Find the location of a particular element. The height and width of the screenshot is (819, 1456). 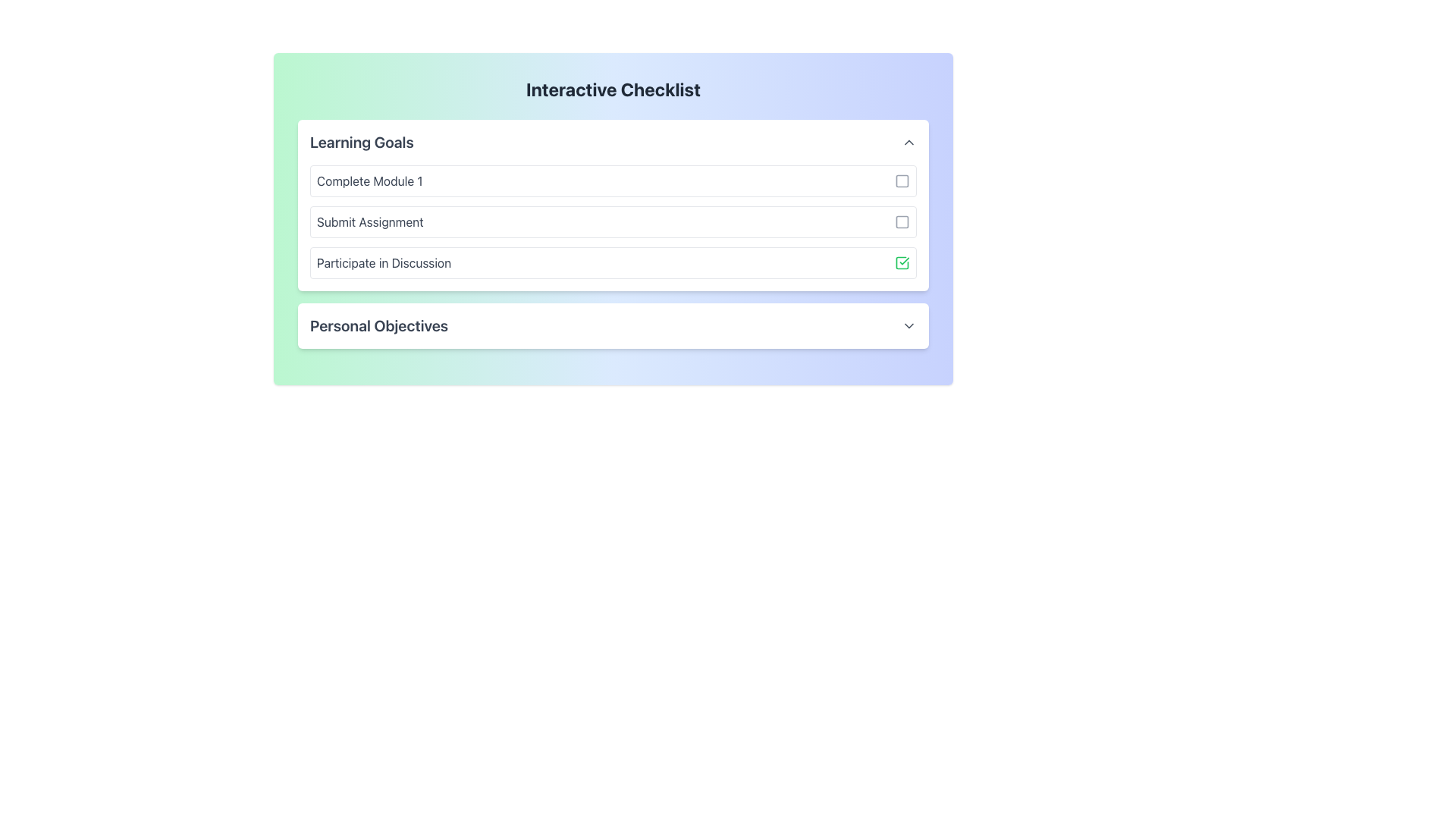

the text label displaying 'Complete Module 1' in dark gray within the 'Learning Goals' section, which is the first item in a vertical list is located at coordinates (369, 180).